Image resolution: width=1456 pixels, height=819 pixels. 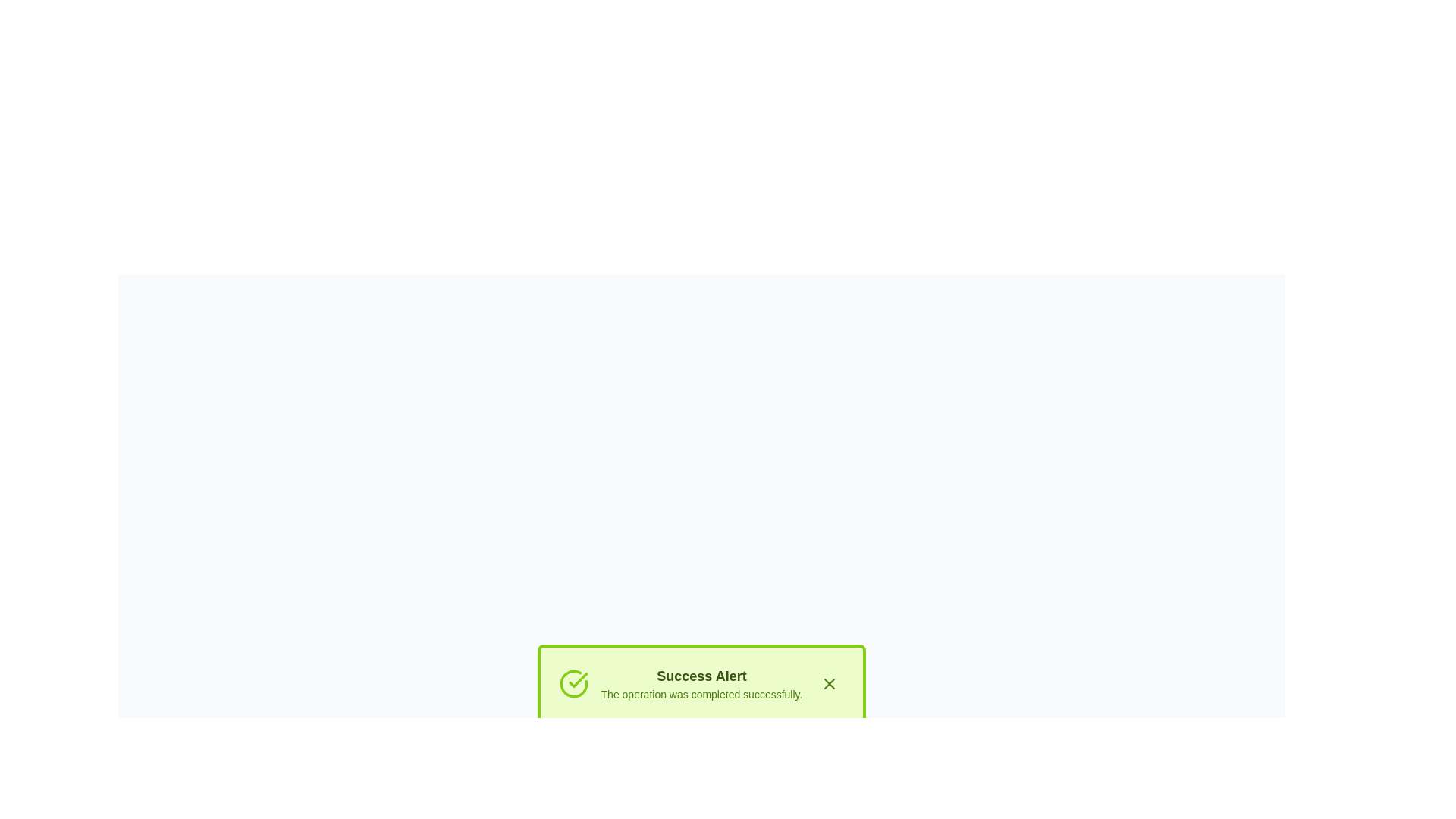 I want to click on the bold title text label for the success notification message, which is positioned above the message 'The operation was completed successfully.', so click(x=701, y=675).